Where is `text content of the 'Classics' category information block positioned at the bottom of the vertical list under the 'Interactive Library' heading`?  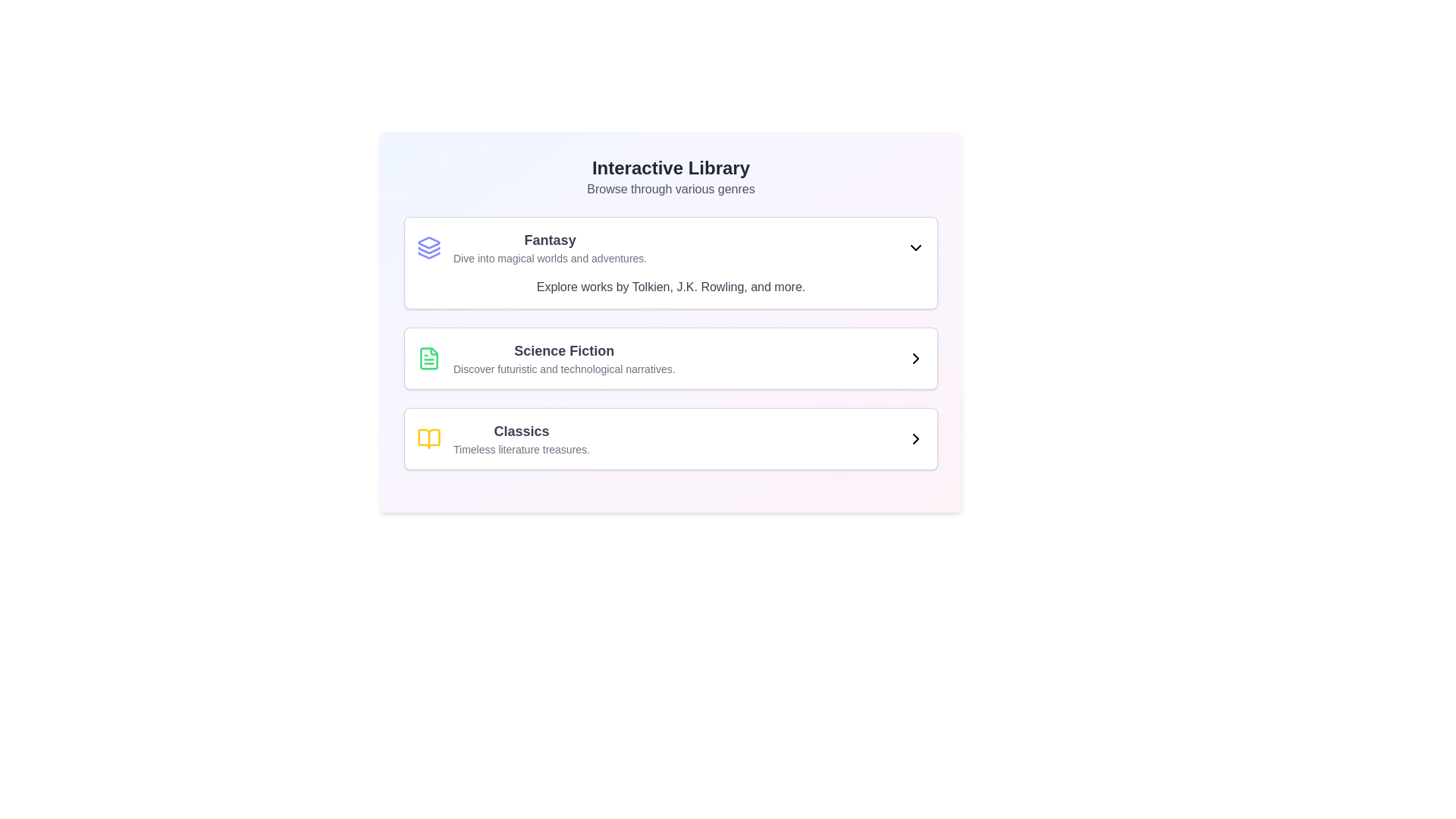
text content of the 'Classics' category information block positioned at the bottom of the vertical list under the 'Interactive Library' heading is located at coordinates (521, 438).